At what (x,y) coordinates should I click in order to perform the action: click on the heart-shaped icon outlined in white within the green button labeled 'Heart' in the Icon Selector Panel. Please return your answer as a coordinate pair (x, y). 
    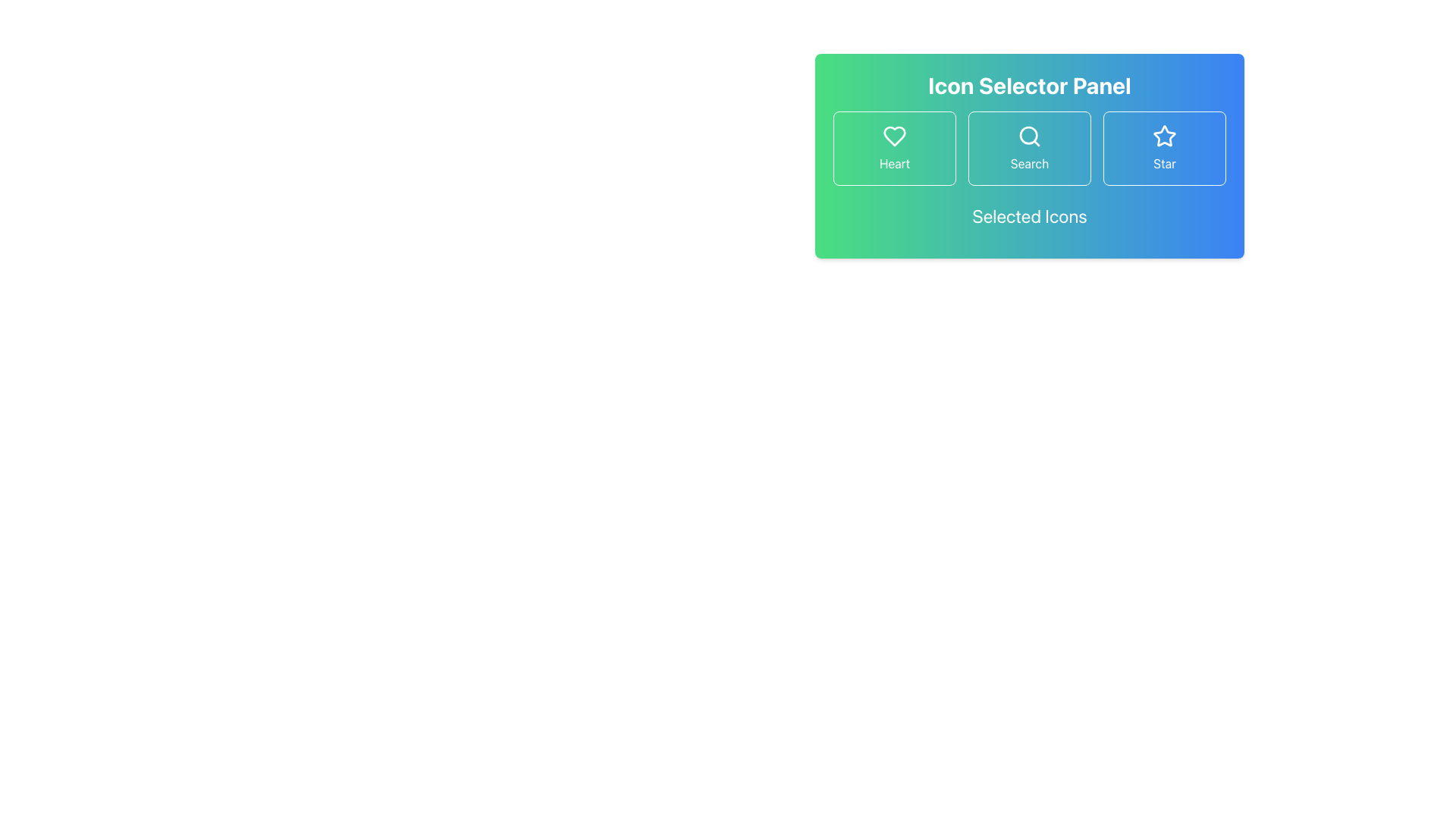
    Looking at the image, I should click on (895, 136).